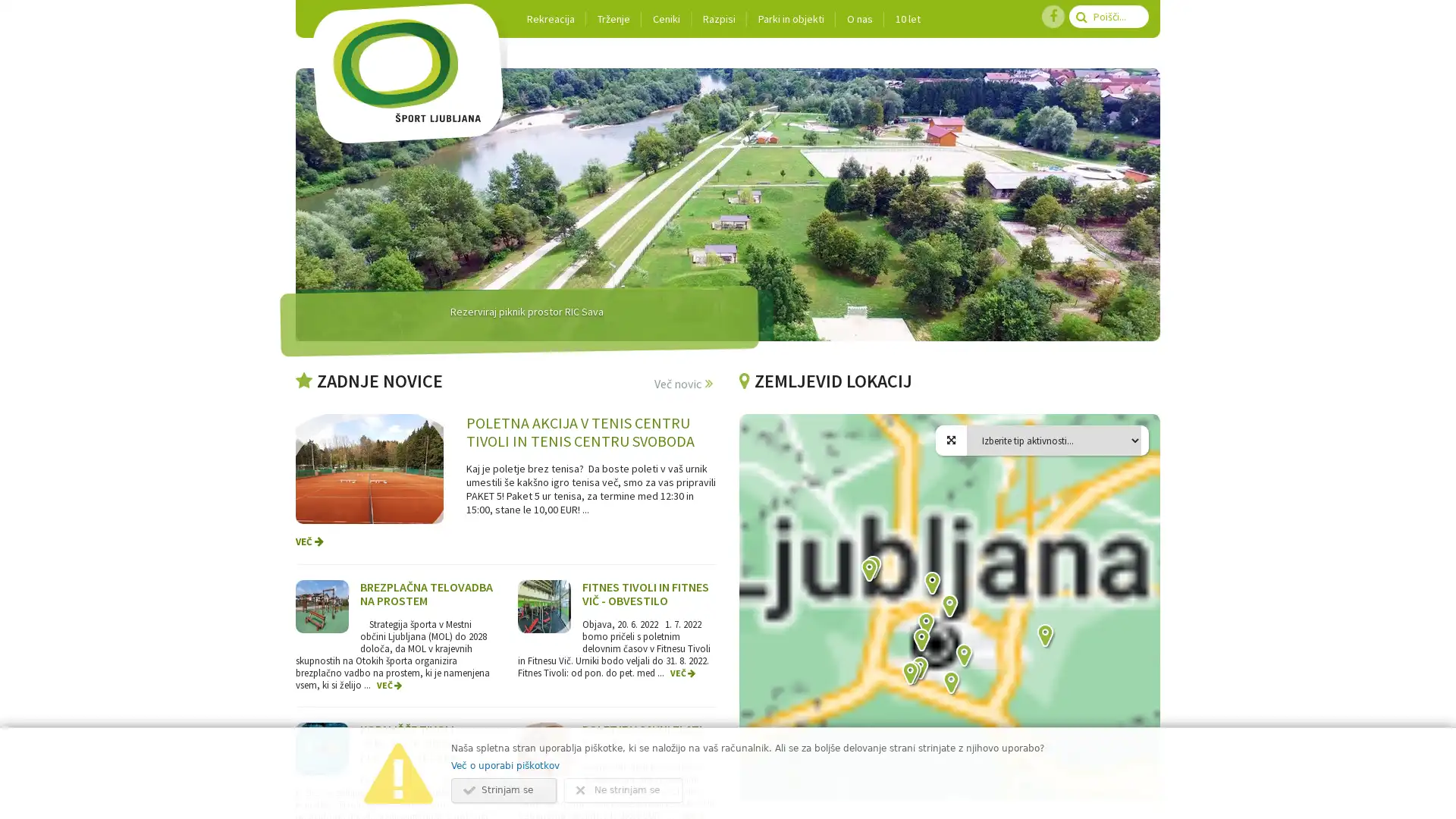 Image resolution: width=1456 pixels, height=819 pixels. What do you see at coordinates (912, 673) in the screenshot?
I see `Kako do nas?` at bounding box center [912, 673].